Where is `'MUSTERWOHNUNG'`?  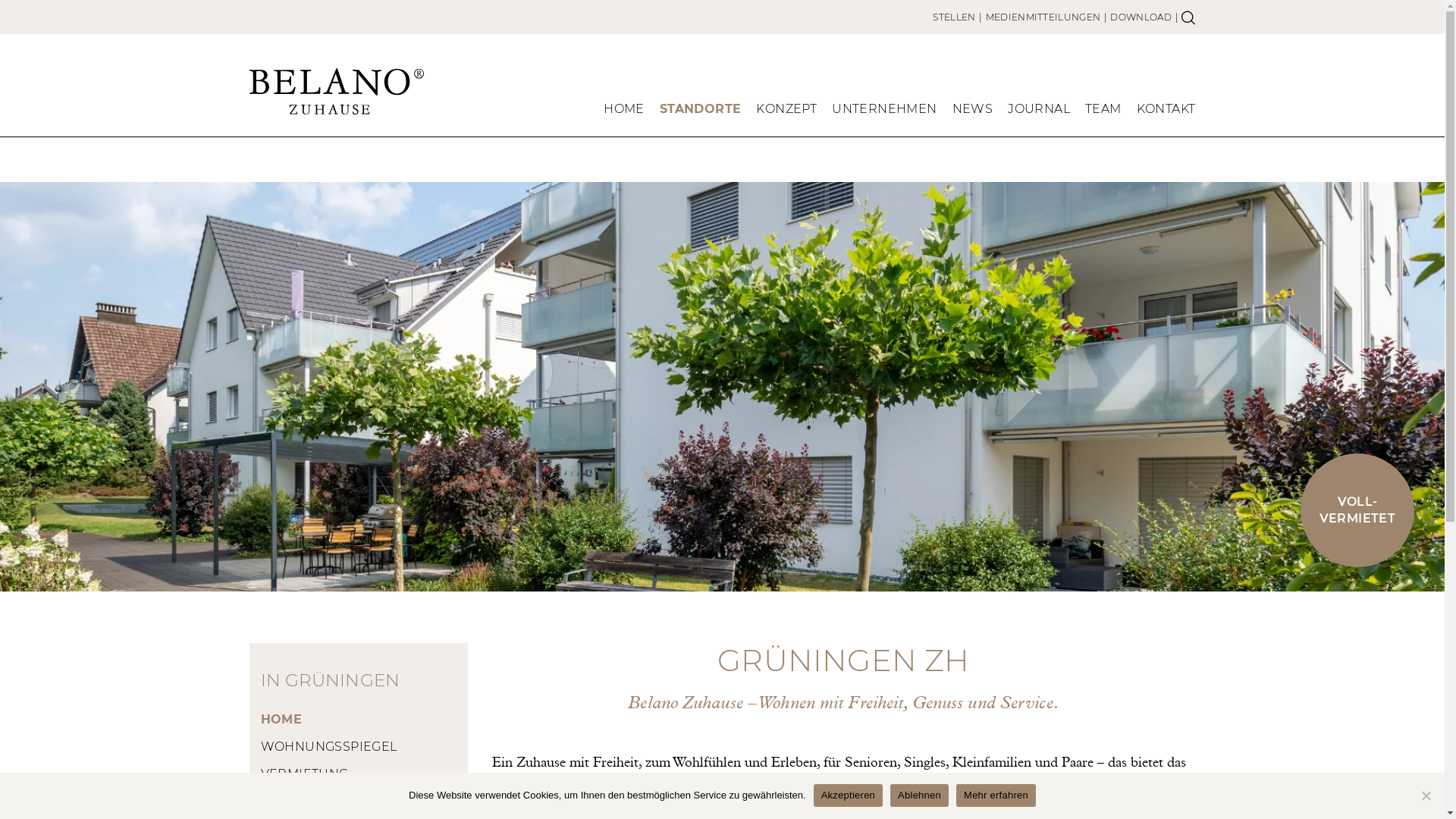 'MUSTERWOHNUNG' is located at coordinates (358, 800).